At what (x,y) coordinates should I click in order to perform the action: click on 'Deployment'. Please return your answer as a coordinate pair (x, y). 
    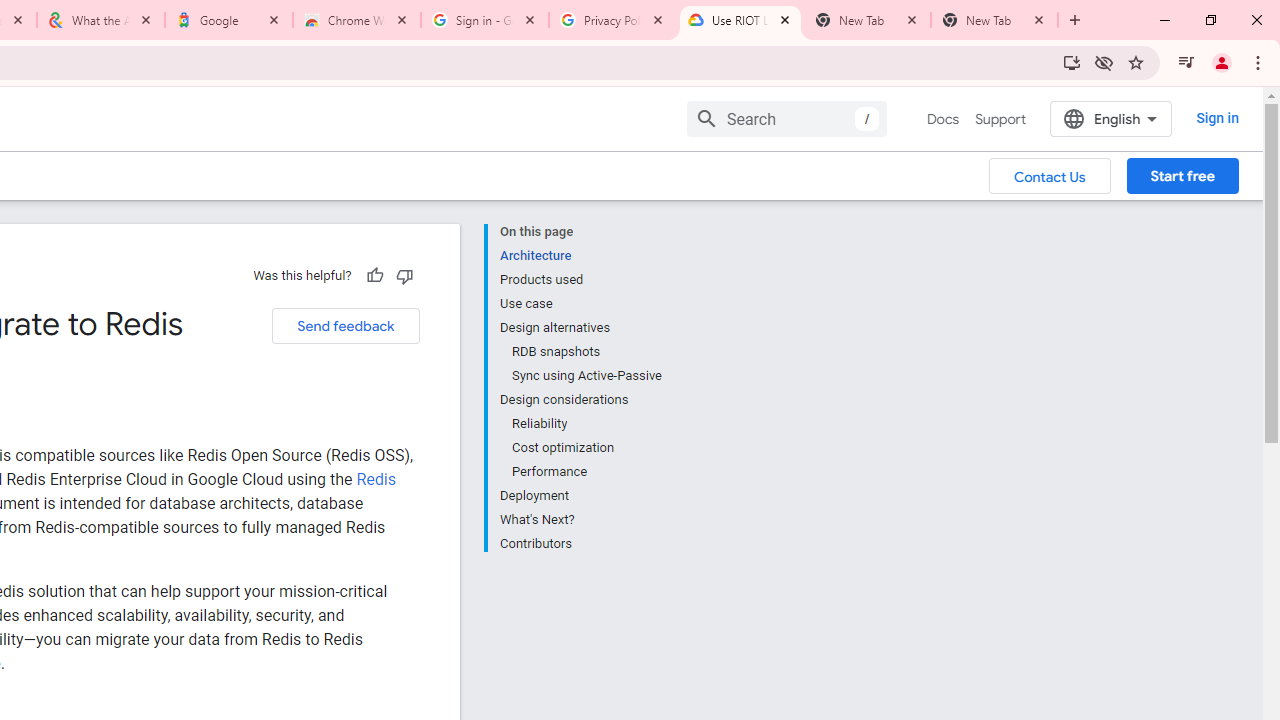
    Looking at the image, I should click on (579, 495).